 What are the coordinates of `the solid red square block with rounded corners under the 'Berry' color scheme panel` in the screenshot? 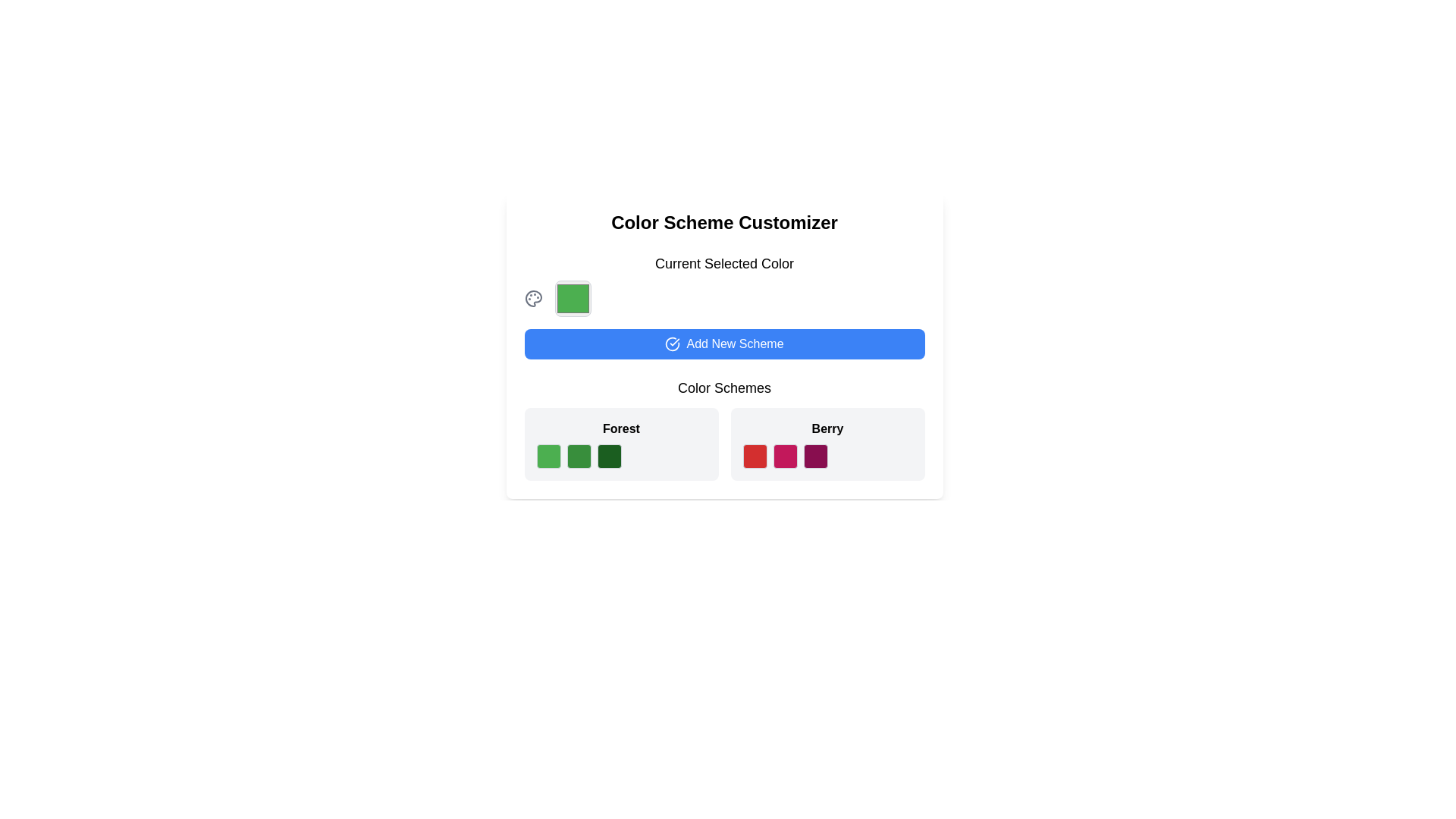 It's located at (755, 455).